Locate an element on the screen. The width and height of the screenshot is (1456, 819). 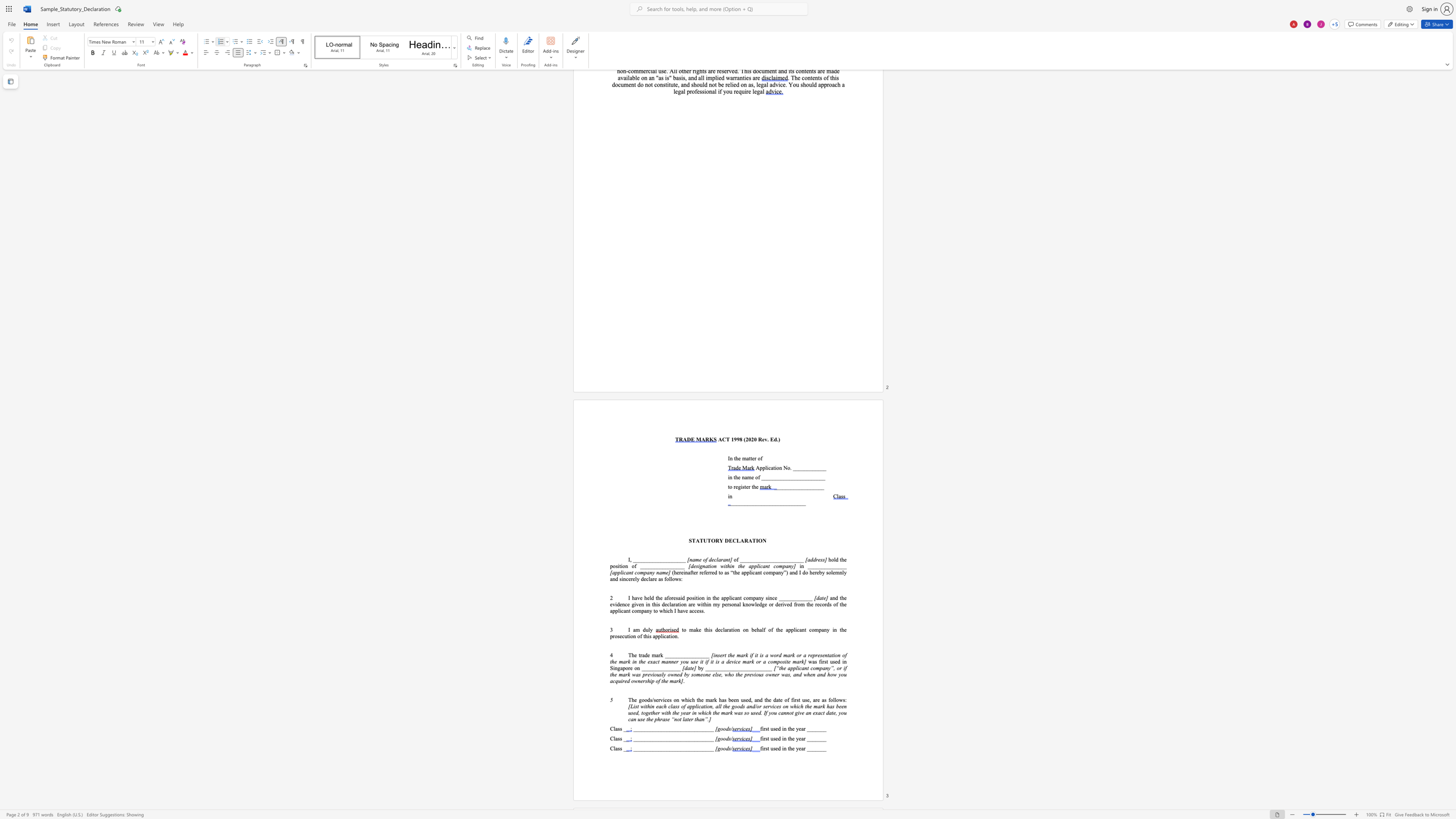
the 25th character "_" in the text is located at coordinates (701, 738).